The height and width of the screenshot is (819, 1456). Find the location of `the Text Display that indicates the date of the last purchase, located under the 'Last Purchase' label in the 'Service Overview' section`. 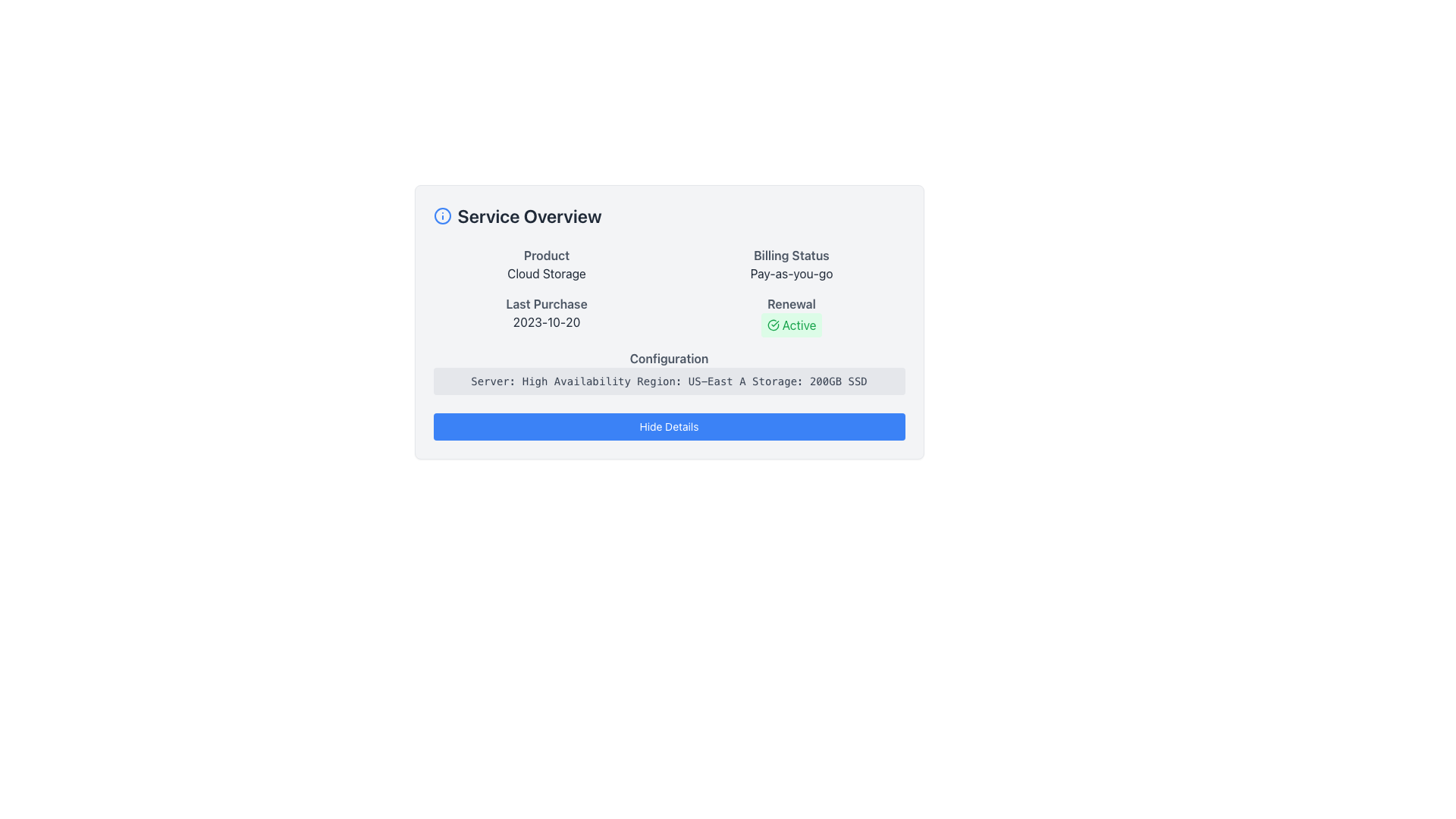

the Text Display that indicates the date of the last purchase, located under the 'Last Purchase' label in the 'Service Overview' section is located at coordinates (546, 321).